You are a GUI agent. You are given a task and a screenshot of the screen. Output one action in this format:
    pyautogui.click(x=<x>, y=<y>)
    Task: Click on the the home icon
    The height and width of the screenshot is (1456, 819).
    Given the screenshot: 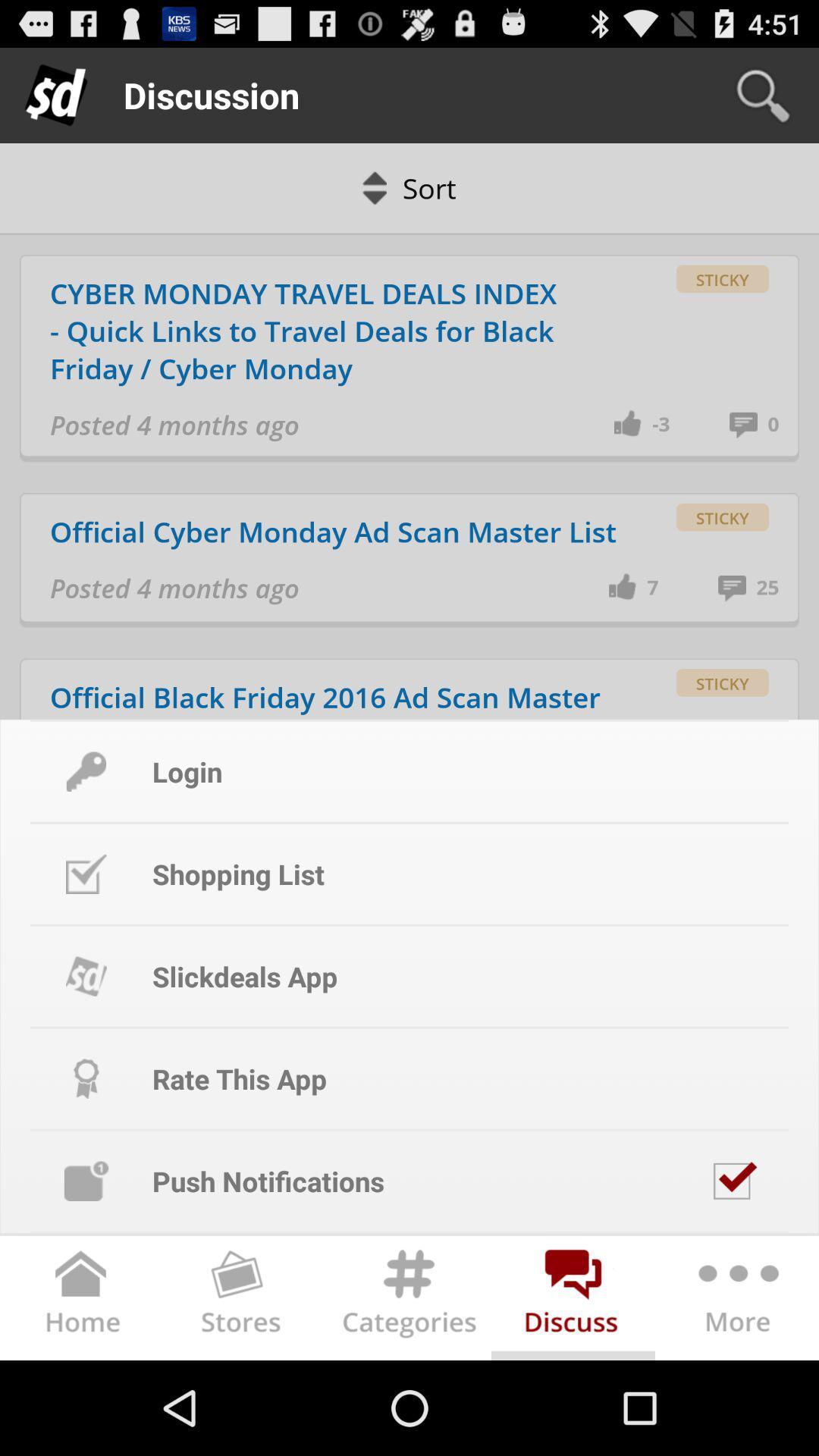 What is the action you would take?
    pyautogui.click(x=82, y=1392)
    